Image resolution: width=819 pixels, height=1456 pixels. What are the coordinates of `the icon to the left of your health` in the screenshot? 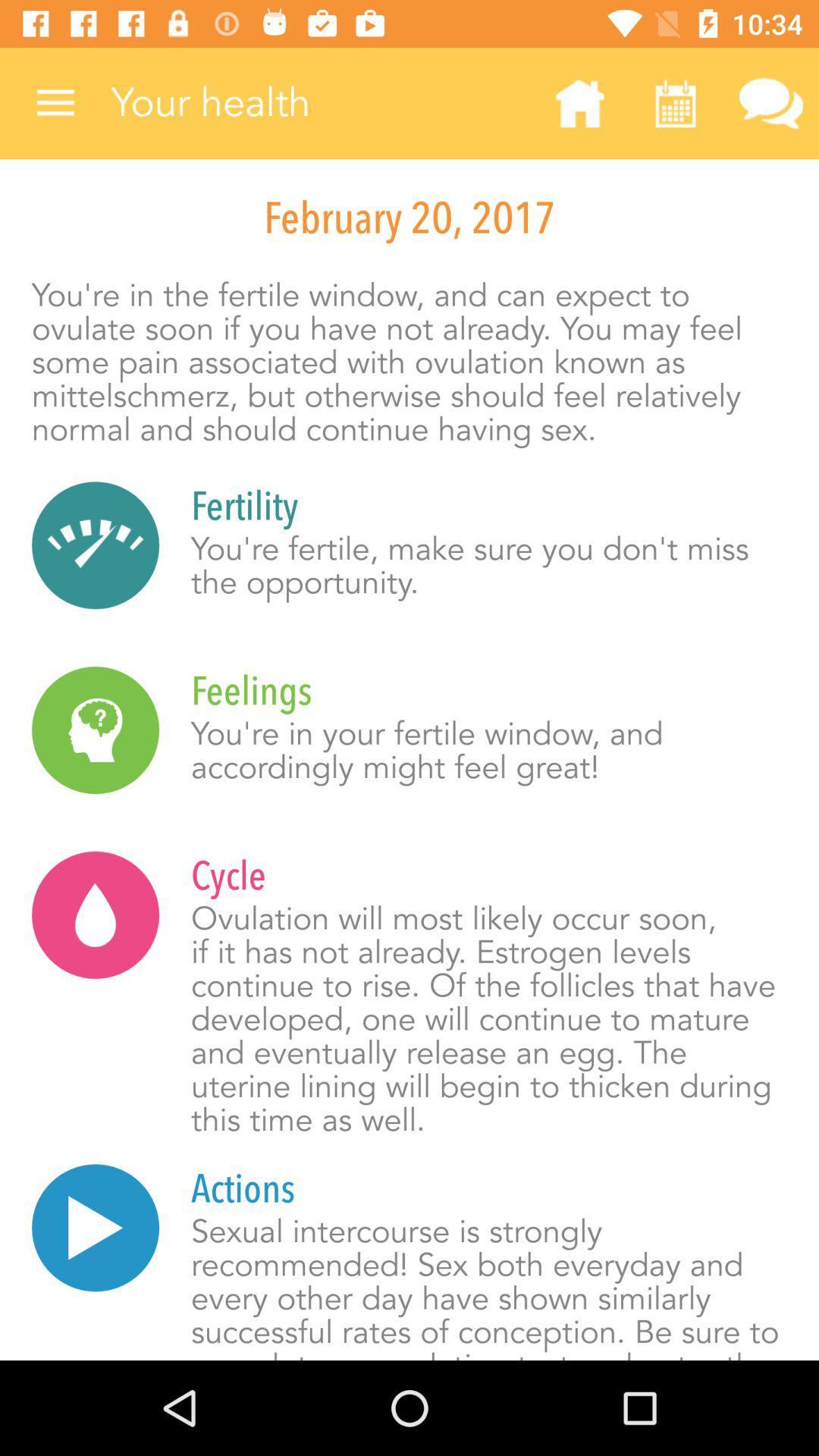 It's located at (55, 102).